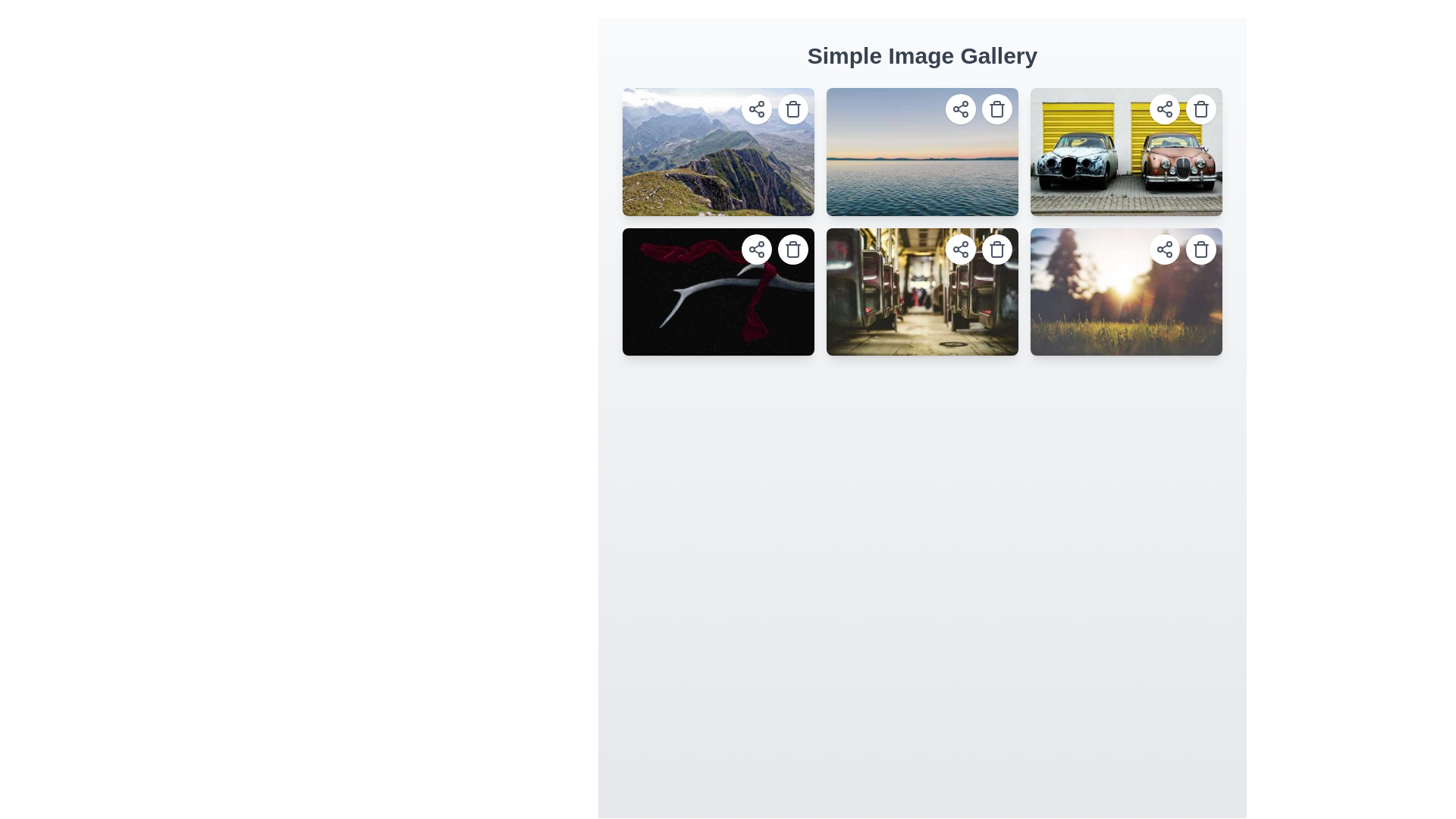 The width and height of the screenshot is (1456, 819). Describe the element at coordinates (997, 247) in the screenshot. I see `the delete button in the top-right corner of the bottom-middle image's overlay section` at that location.